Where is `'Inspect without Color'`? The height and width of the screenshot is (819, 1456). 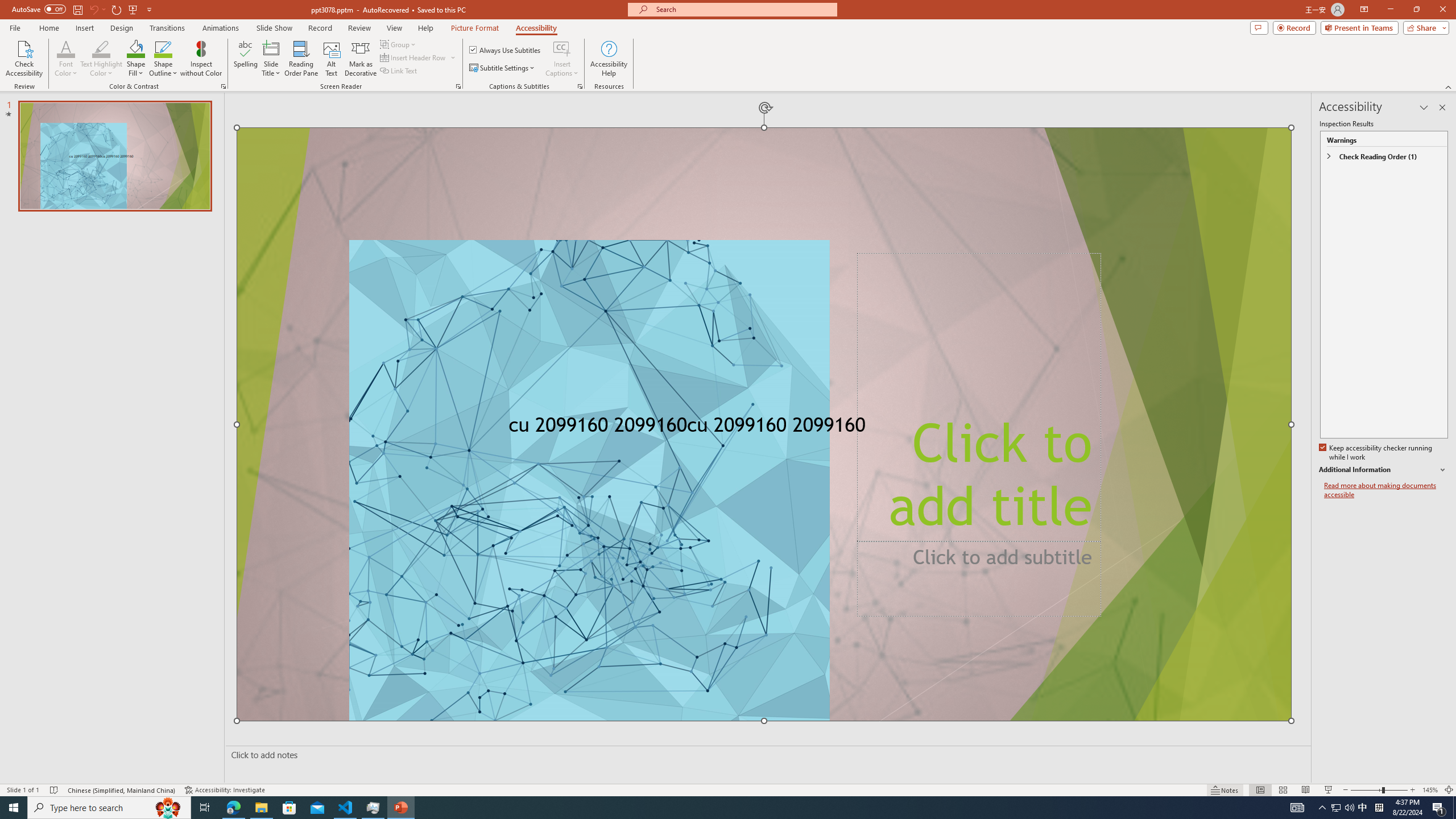
'Inspect without Color' is located at coordinates (201, 59).